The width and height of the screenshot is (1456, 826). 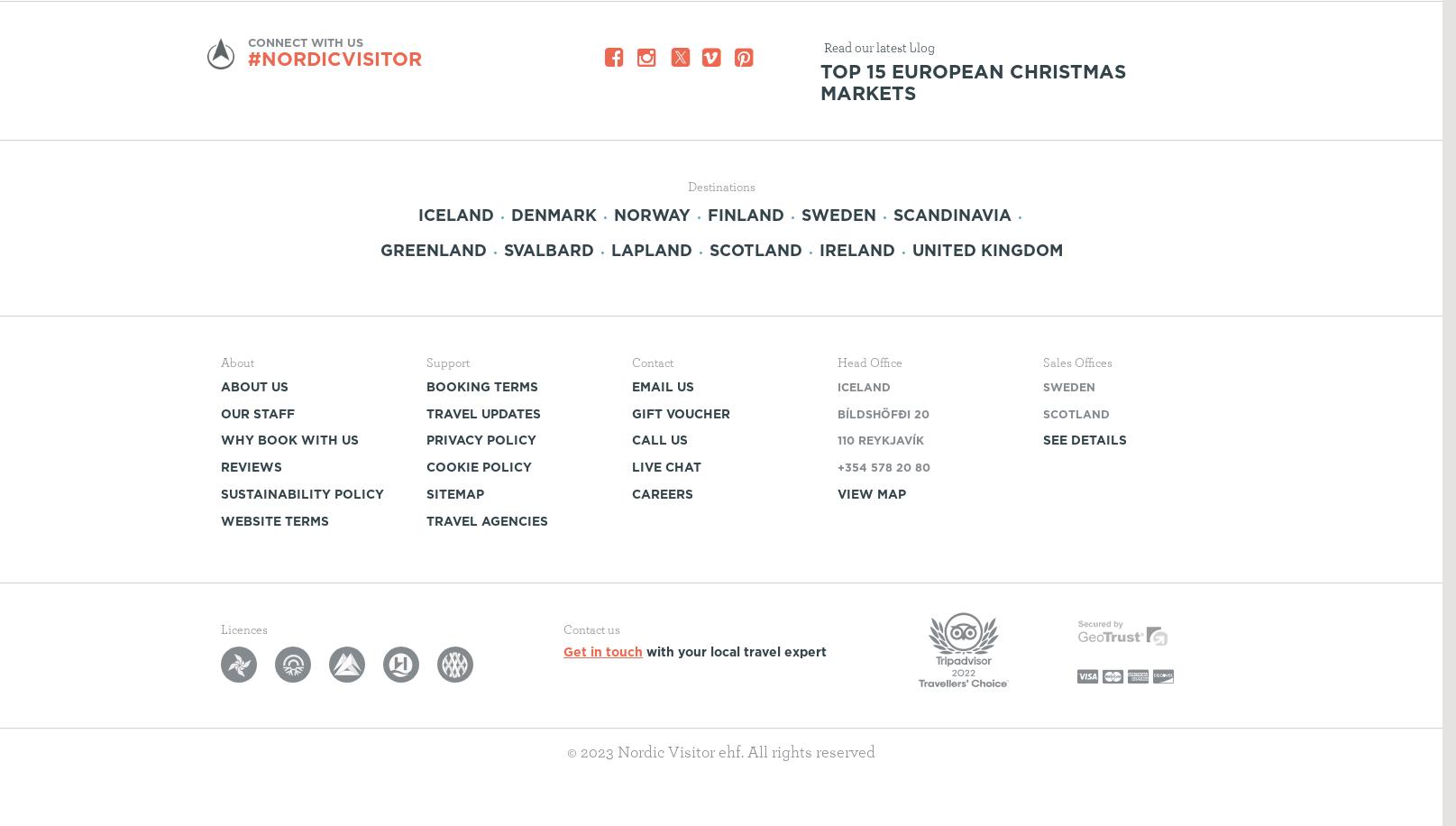 What do you see at coordinates (651, 248) in the screenshot?
I see `'Lapland'` at bounding box center [651, 248].